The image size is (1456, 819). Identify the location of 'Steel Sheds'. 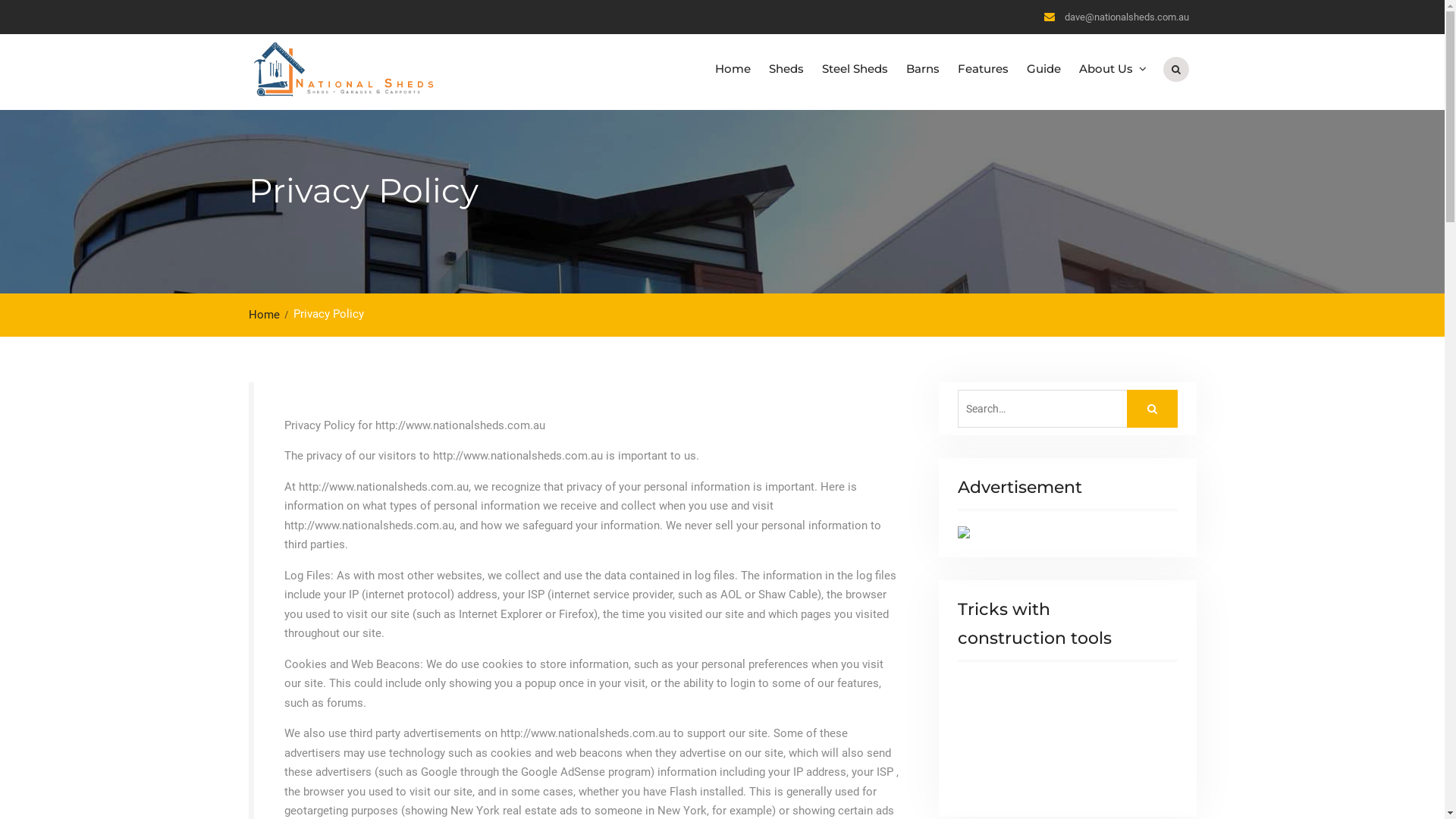
(811, 69).